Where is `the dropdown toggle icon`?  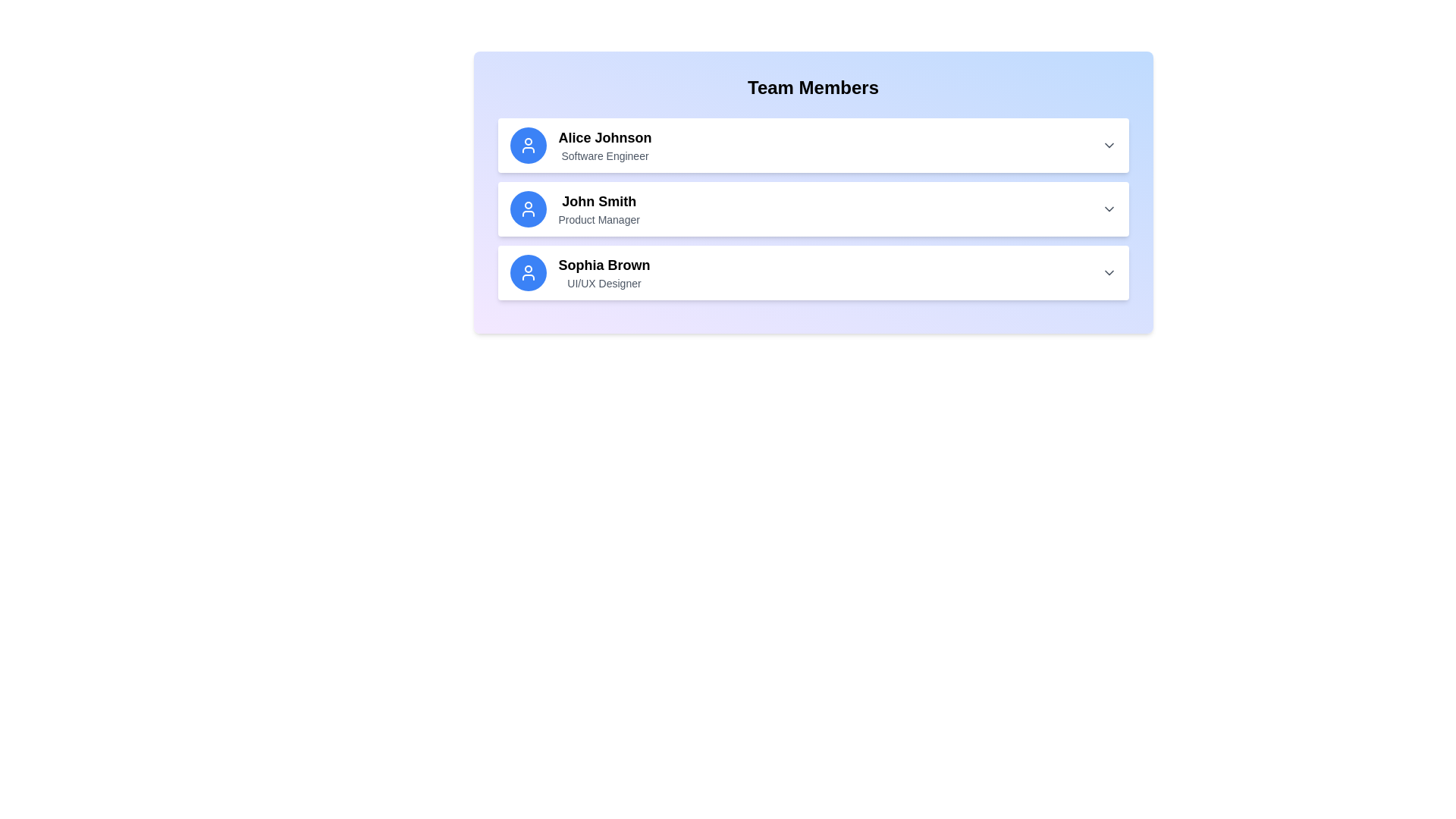 the dropdown toggle icon is located at coordinates (1109, 146).